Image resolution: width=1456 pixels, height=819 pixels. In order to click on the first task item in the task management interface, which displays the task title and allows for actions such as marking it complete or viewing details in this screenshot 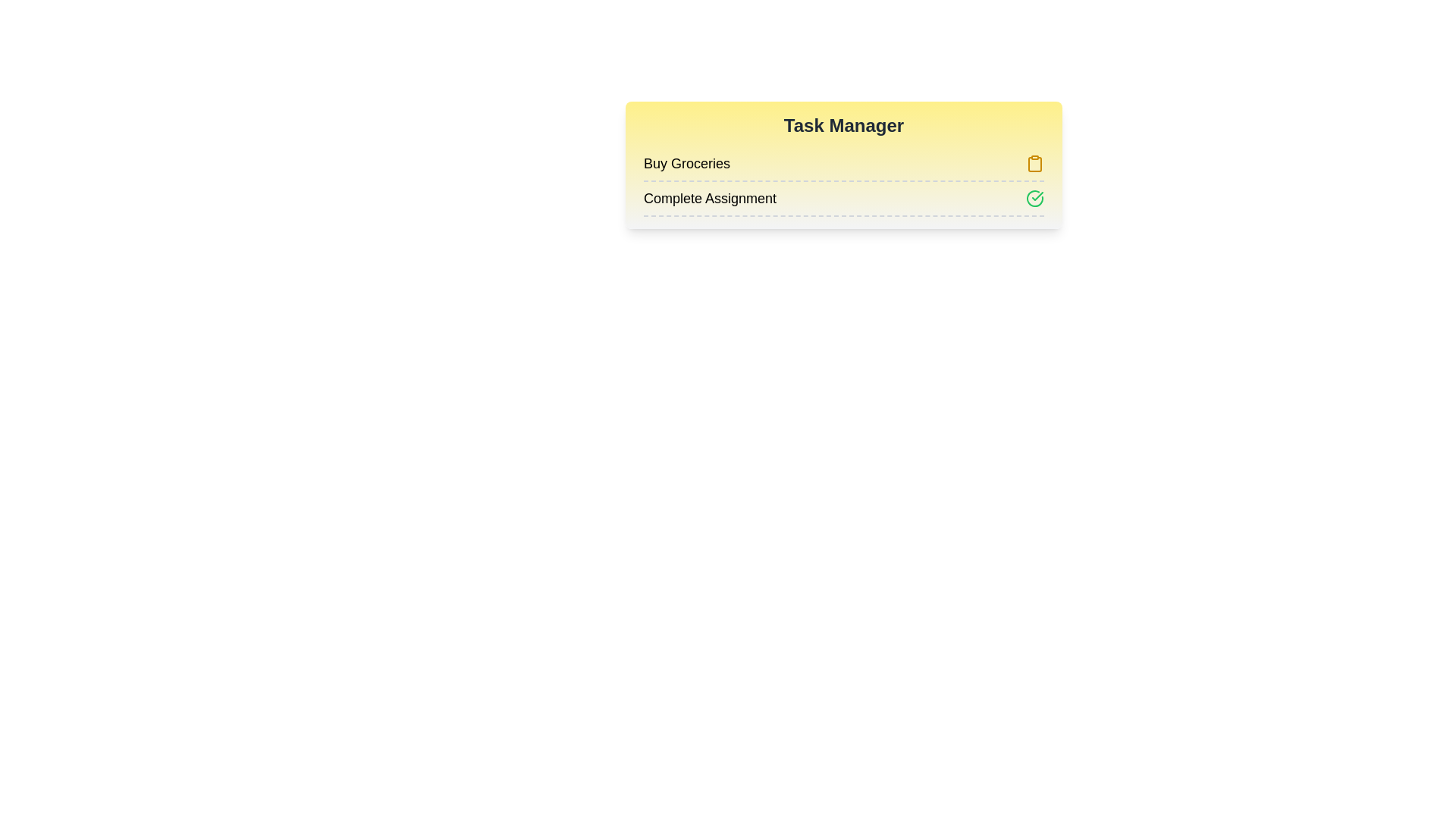, I will do `click(843, 164)`.